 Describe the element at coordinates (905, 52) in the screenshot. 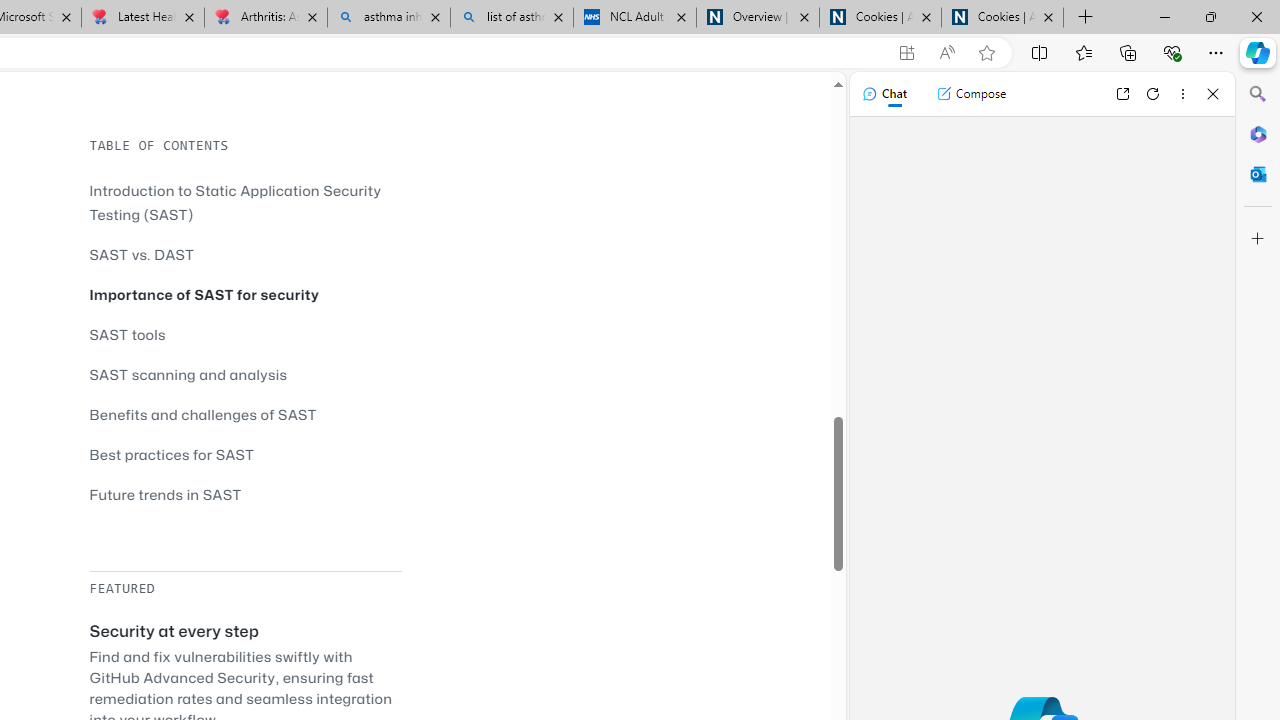

I see `'App available. Install GitHub'` at that location.